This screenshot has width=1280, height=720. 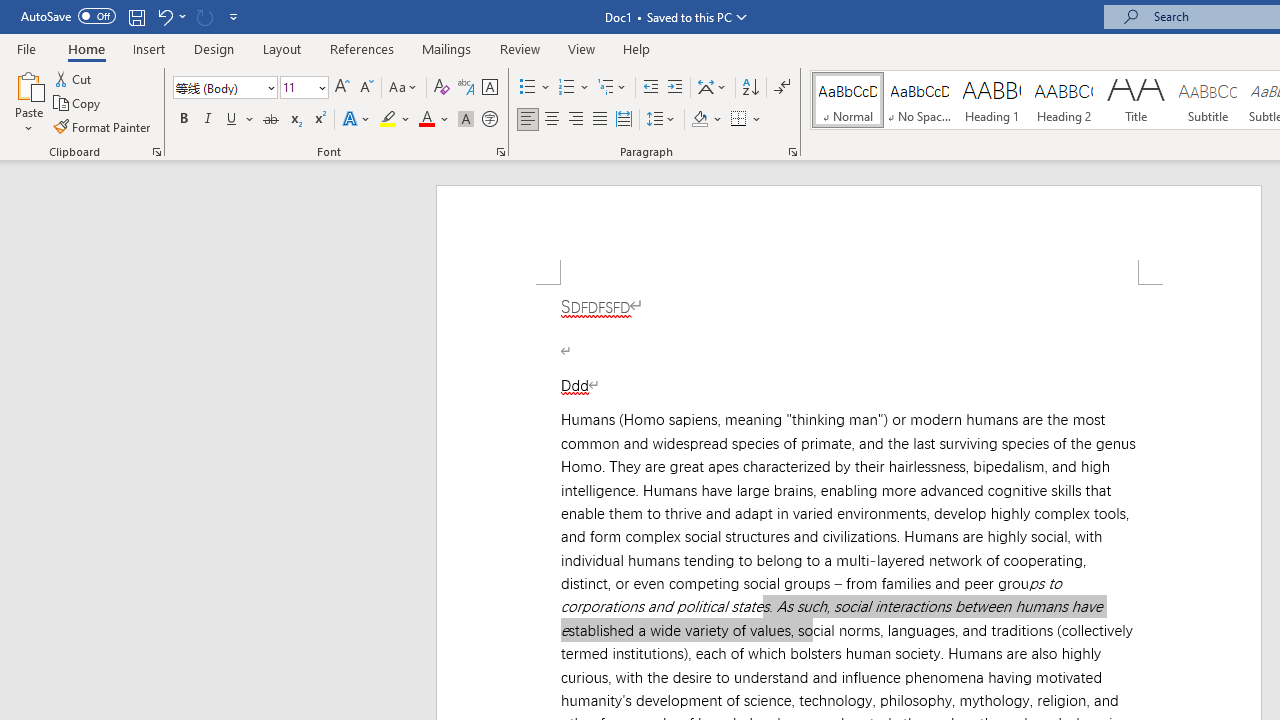 I want to click on 'System', so click(x=10, y=11).